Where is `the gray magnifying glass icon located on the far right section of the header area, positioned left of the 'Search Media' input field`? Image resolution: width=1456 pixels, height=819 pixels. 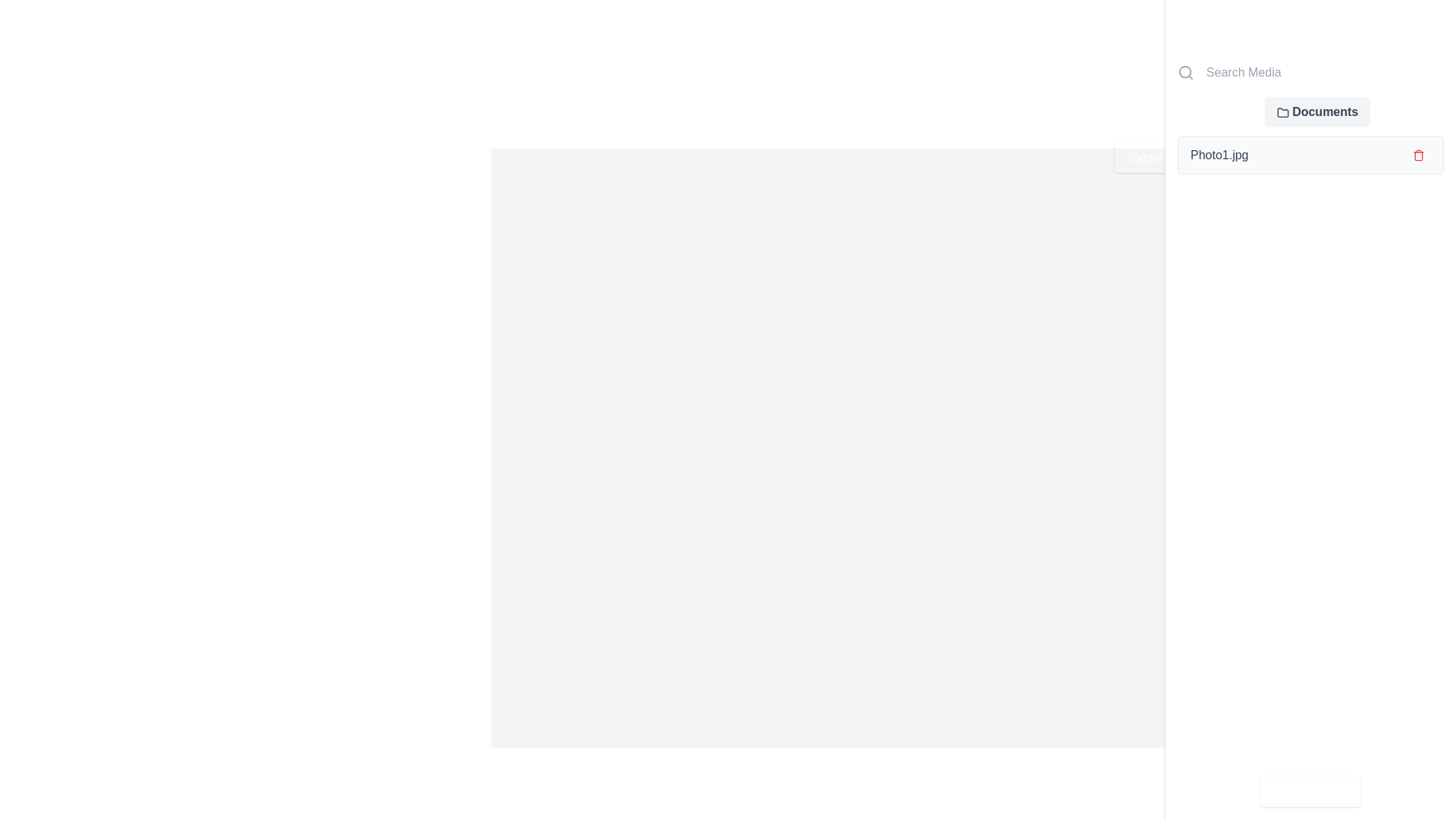
the gray magnifying glass icon located on the far right section of the header area, positioned left of the 'Search Media' input field is located at coordinates (1185, 73).